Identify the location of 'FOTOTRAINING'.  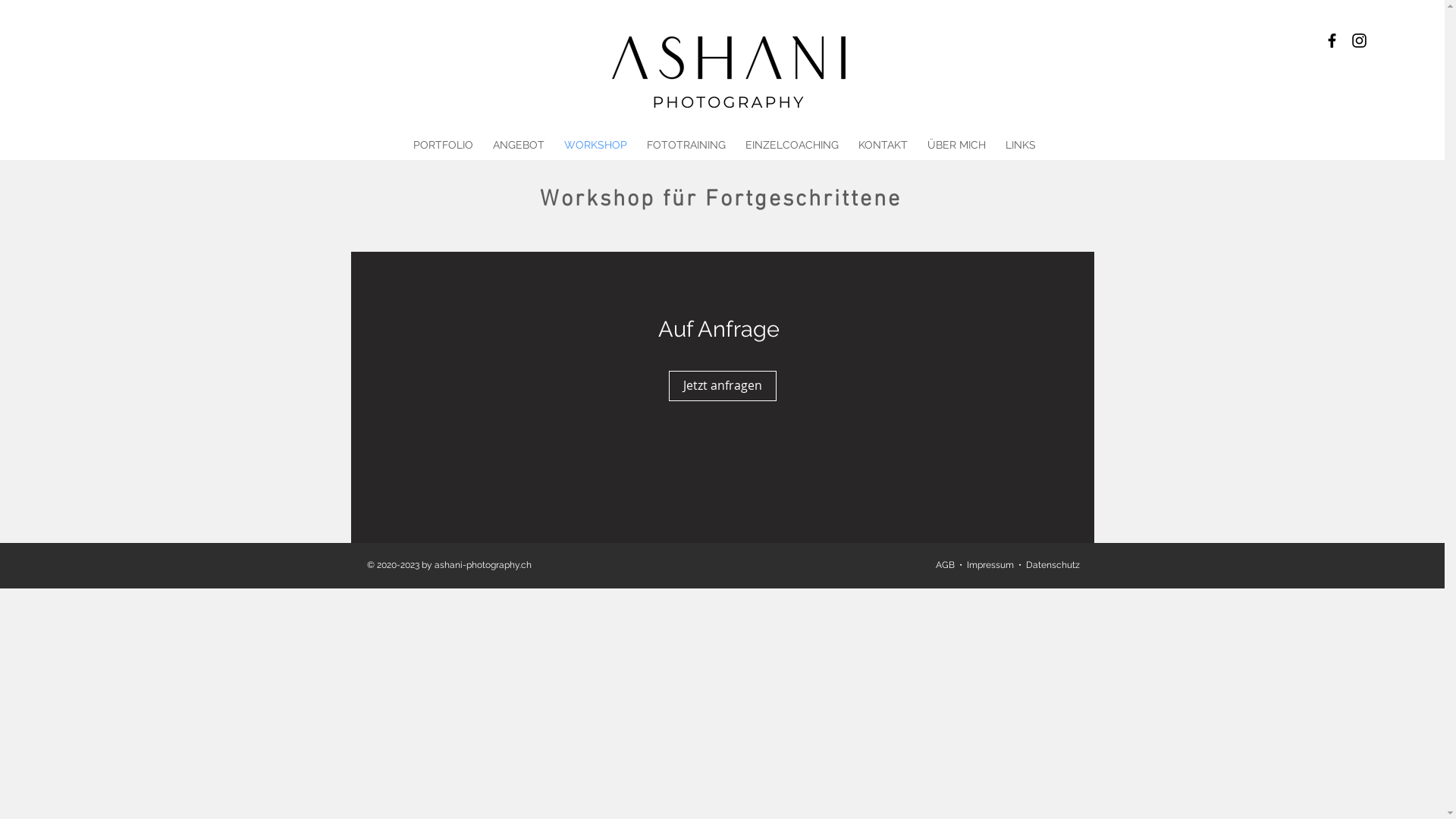
(686, 145).